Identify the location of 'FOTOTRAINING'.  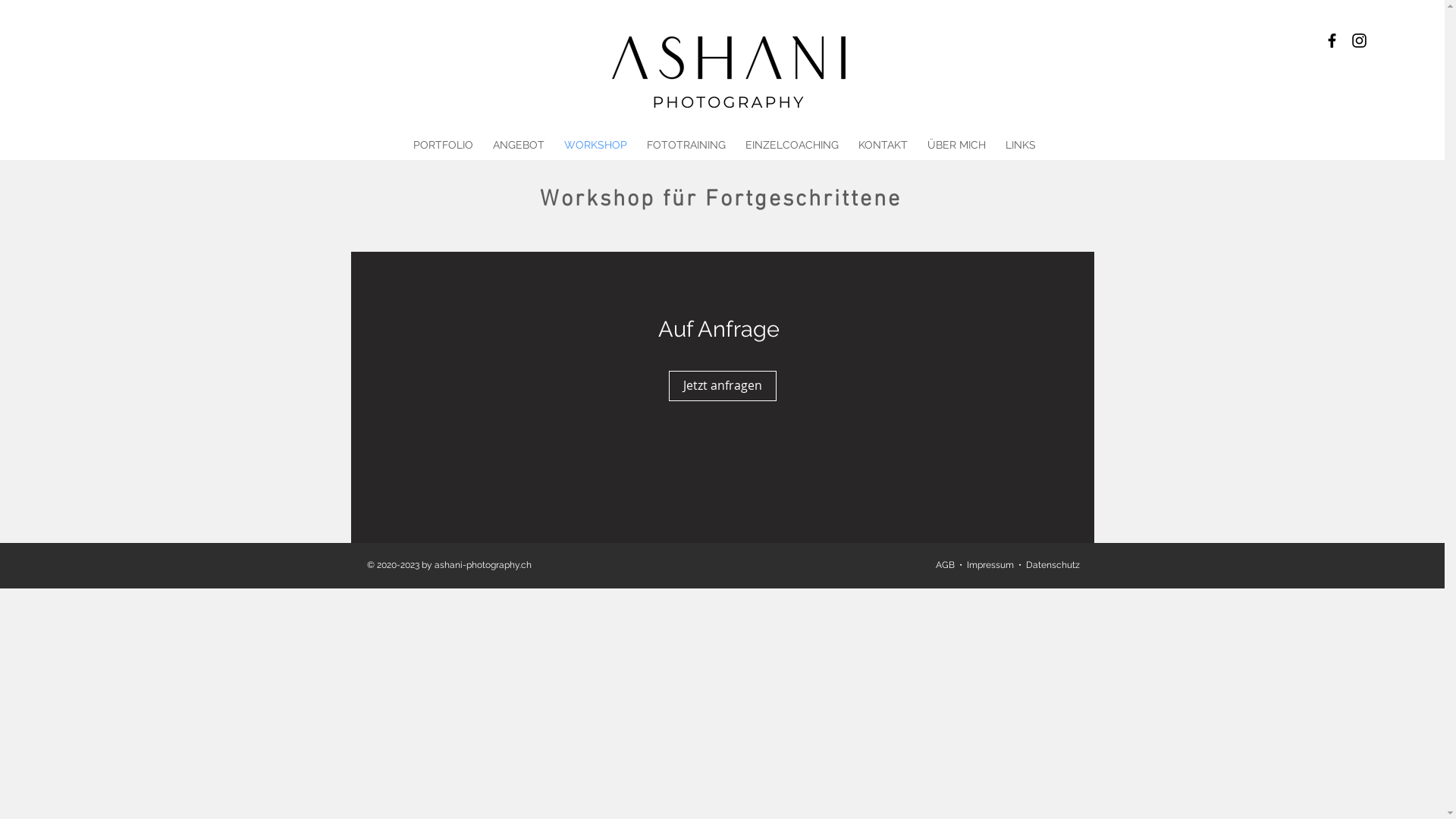
(686, 145).